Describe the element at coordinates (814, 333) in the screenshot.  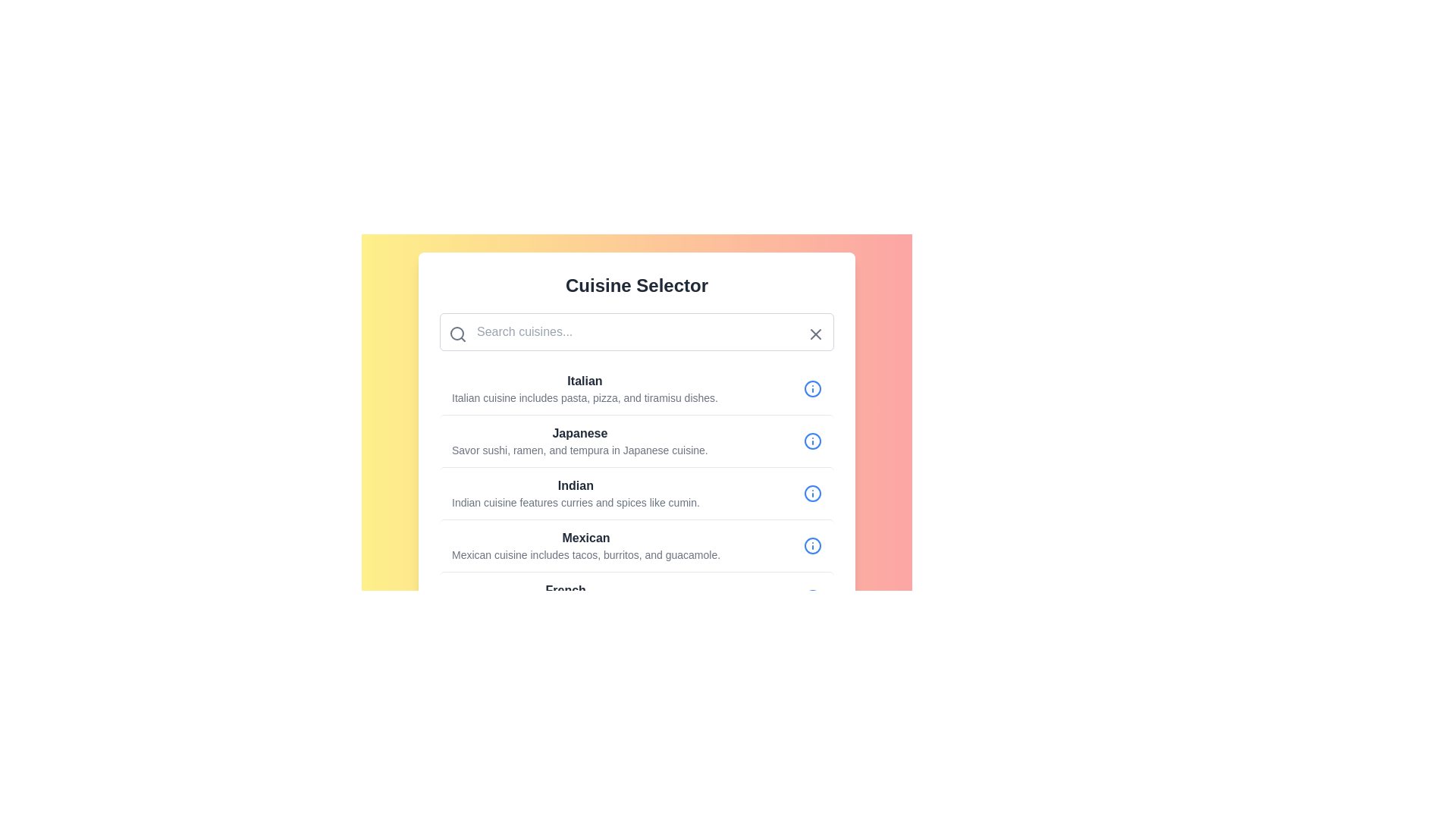
I see `the SVG icon representing a 'clear' action located at the far right of the search input field in the 'Cuisine Selector' interface to clear the search input` at that location.